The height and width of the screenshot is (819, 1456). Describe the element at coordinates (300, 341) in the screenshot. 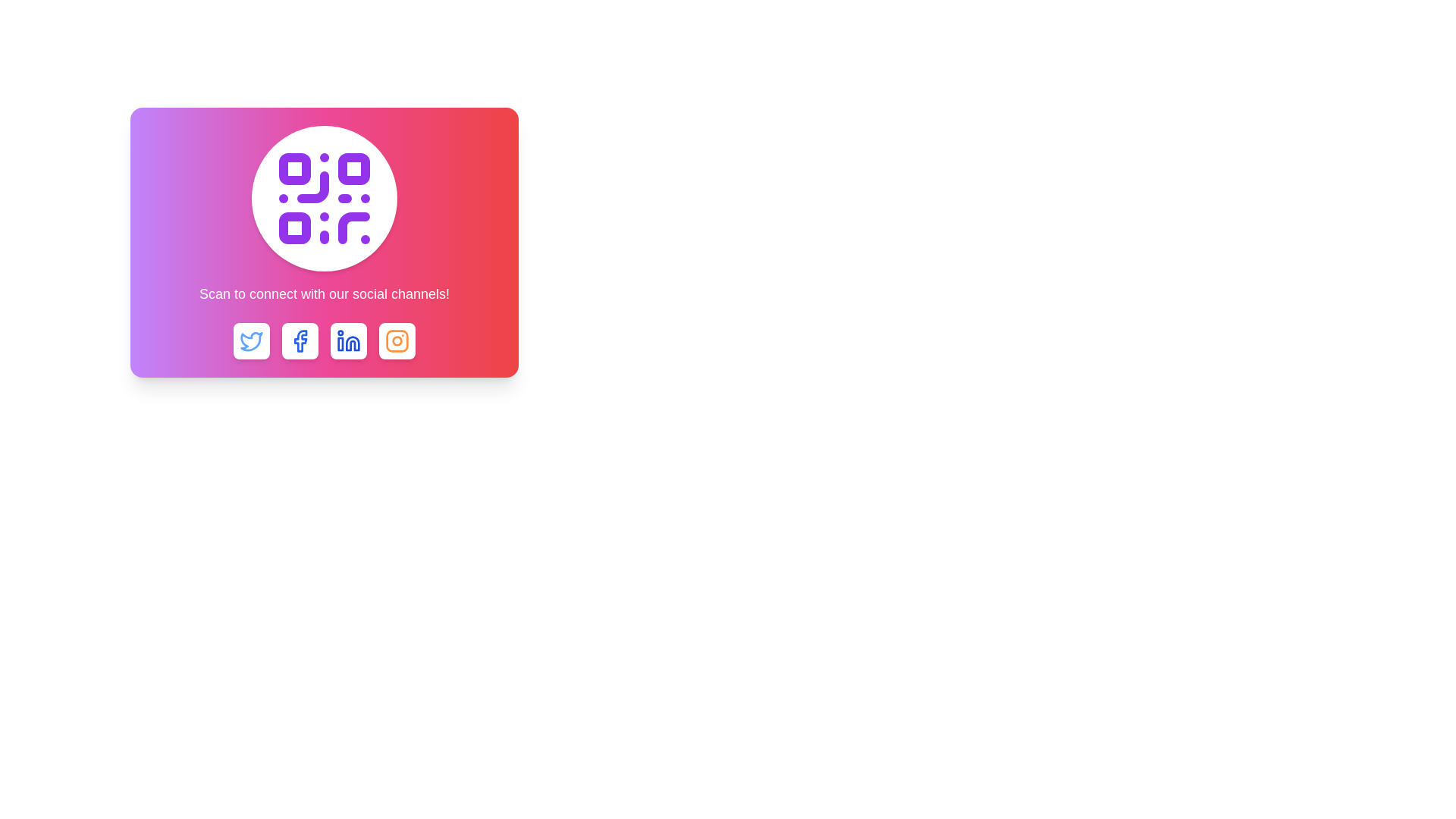

I see `the Facebook action button, which is the second button in a horizontal row of social media buttons` at that location.